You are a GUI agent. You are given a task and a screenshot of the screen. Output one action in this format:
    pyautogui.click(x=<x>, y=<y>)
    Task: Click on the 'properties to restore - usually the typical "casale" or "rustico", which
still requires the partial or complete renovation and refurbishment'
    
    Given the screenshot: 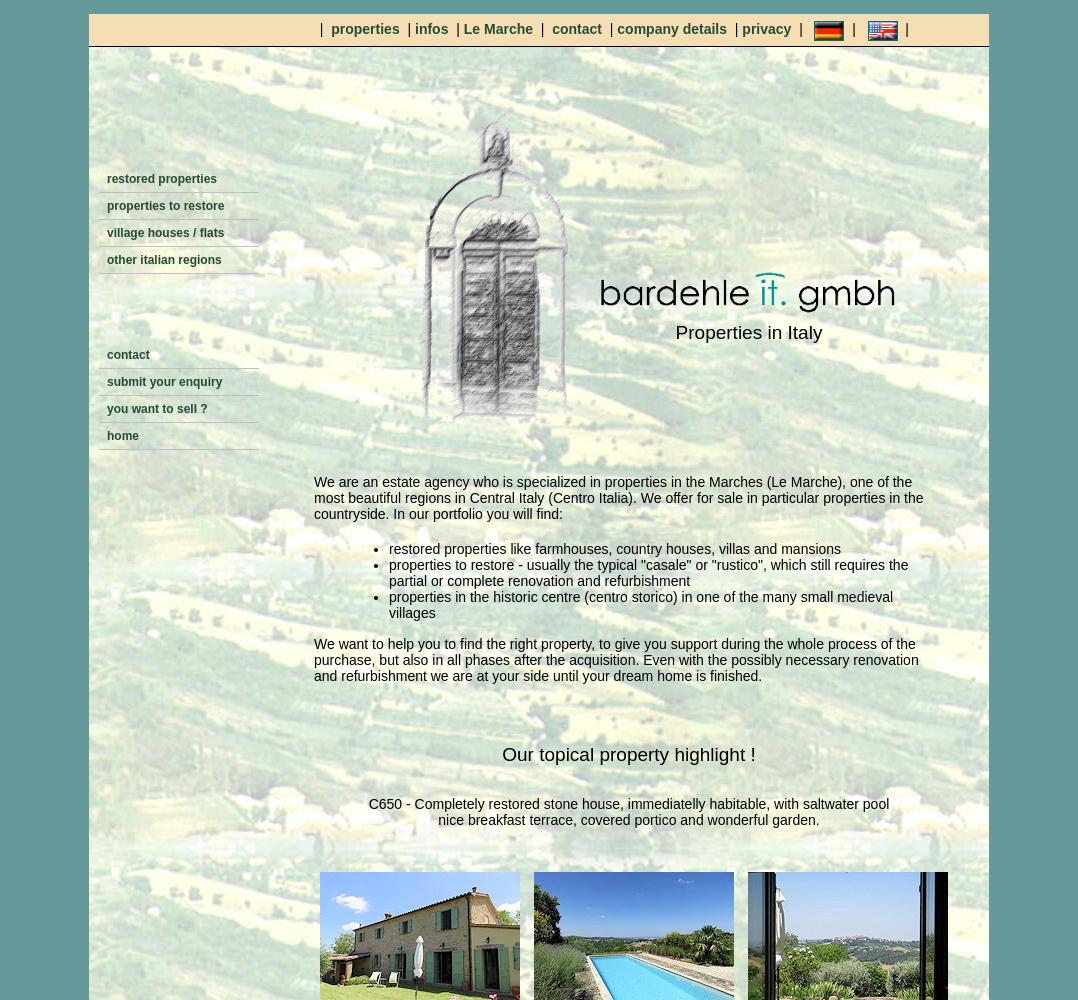 What is the action you would take?
    pyautogui.click(x=647, y=571)
    